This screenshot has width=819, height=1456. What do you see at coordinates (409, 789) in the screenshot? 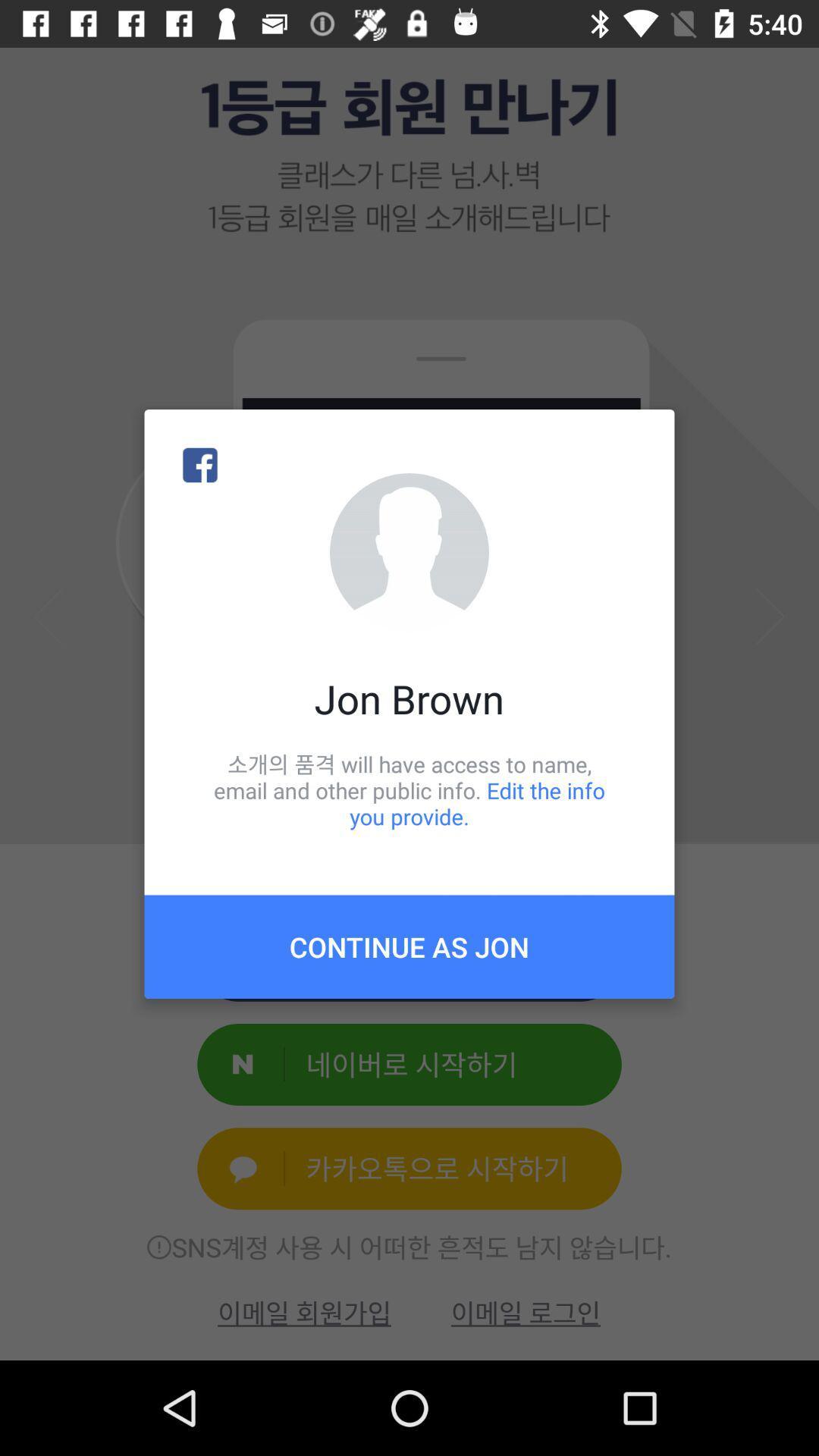
I see `icon below jon brown` at bounding box center [409, 789].